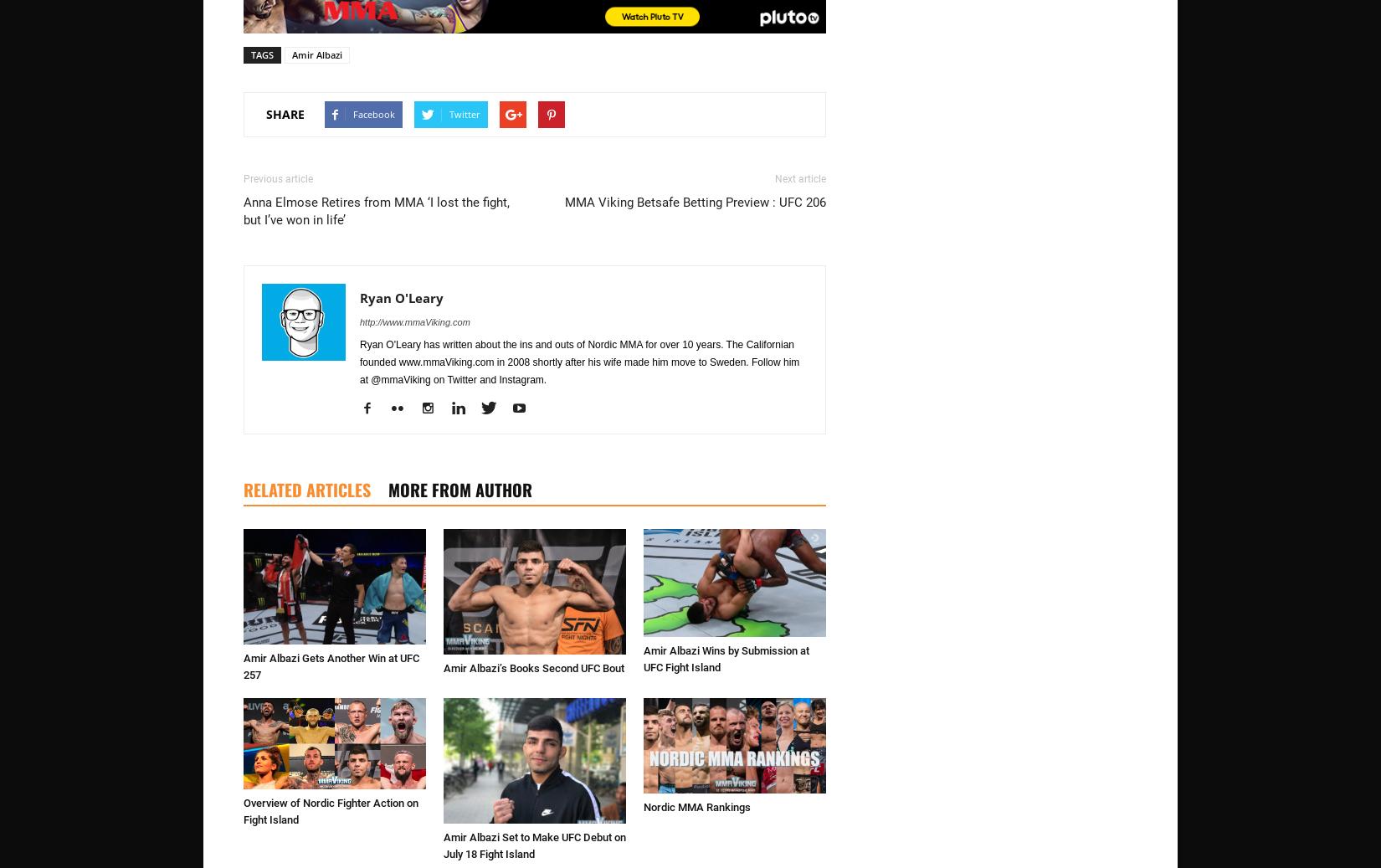 This screenshot has height=868, width=1381. I want to click on 'Overview of Nordic Fighter Action on Fight Island', so click(331, 810).